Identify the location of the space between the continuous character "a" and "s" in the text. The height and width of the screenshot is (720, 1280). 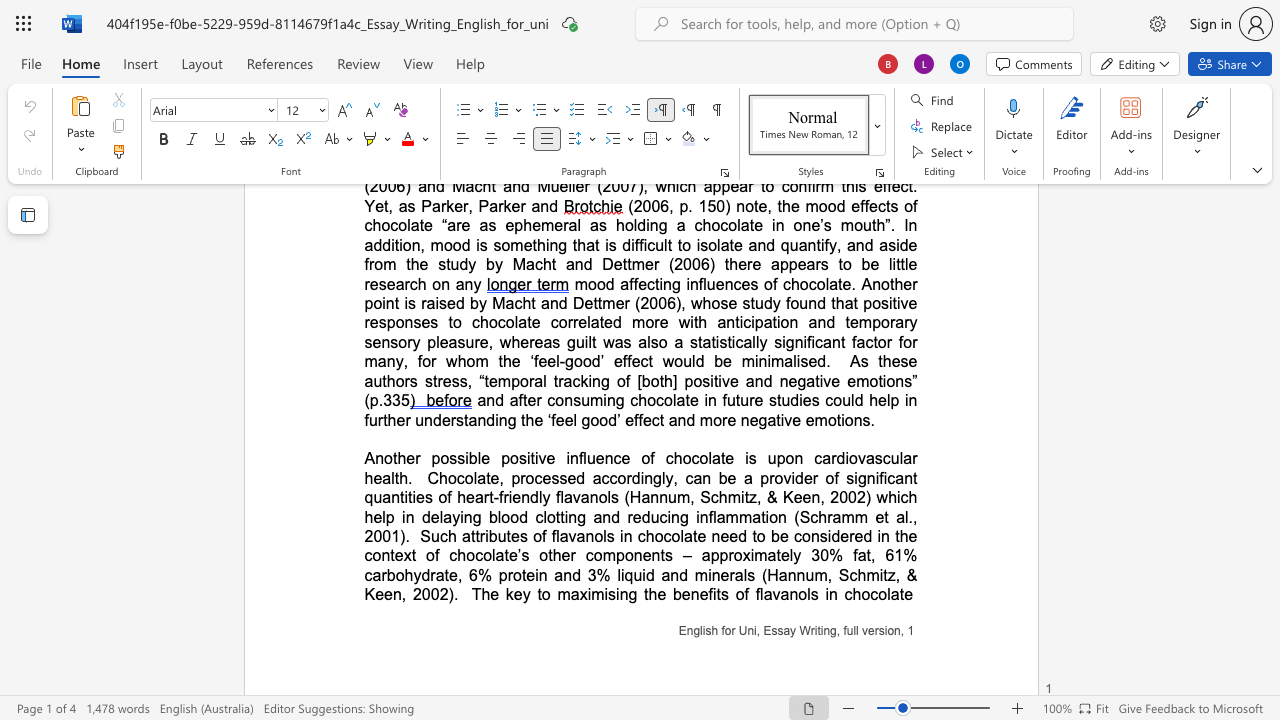
(874, 458).